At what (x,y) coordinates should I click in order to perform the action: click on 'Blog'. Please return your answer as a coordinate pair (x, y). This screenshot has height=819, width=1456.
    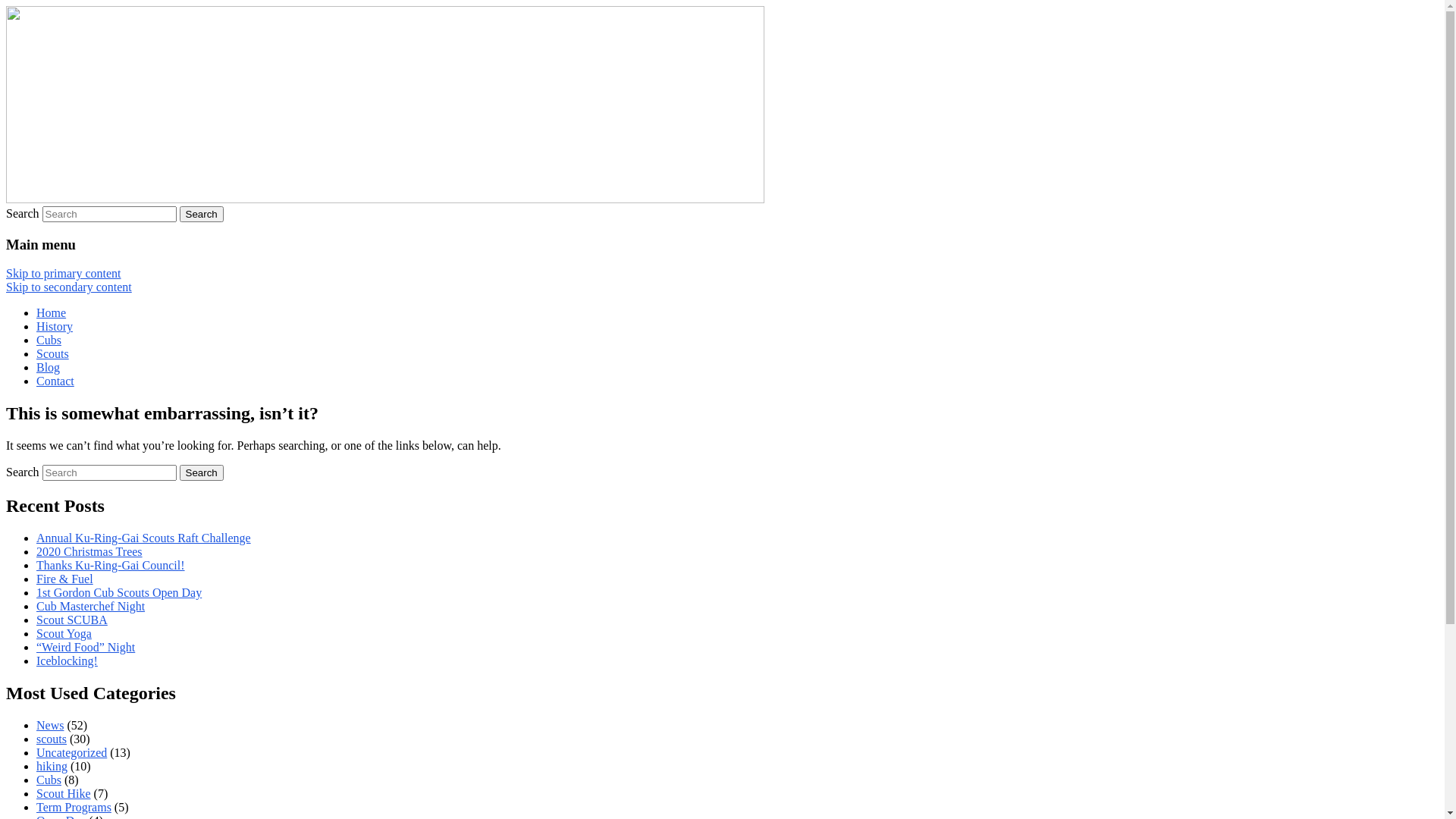
    Looking at the image, I should click on (48, 367).